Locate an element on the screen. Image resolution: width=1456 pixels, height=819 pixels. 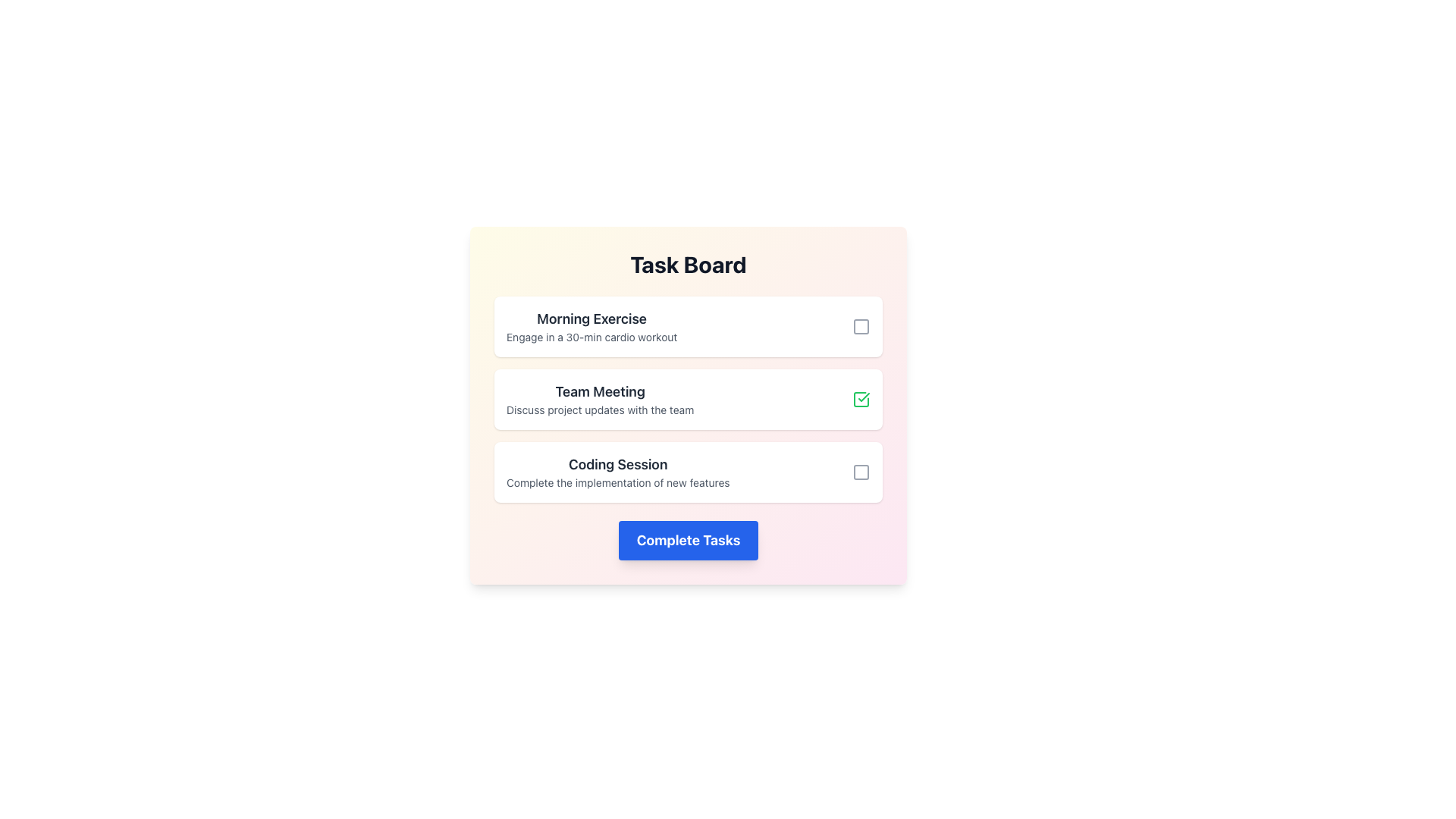
task's name 'Coding Session' and description 'Complete the implementation of new features' from the Task card, which is the third item in the vertical list of tasks on the Task Board interface is located at coordinates (687, 472).